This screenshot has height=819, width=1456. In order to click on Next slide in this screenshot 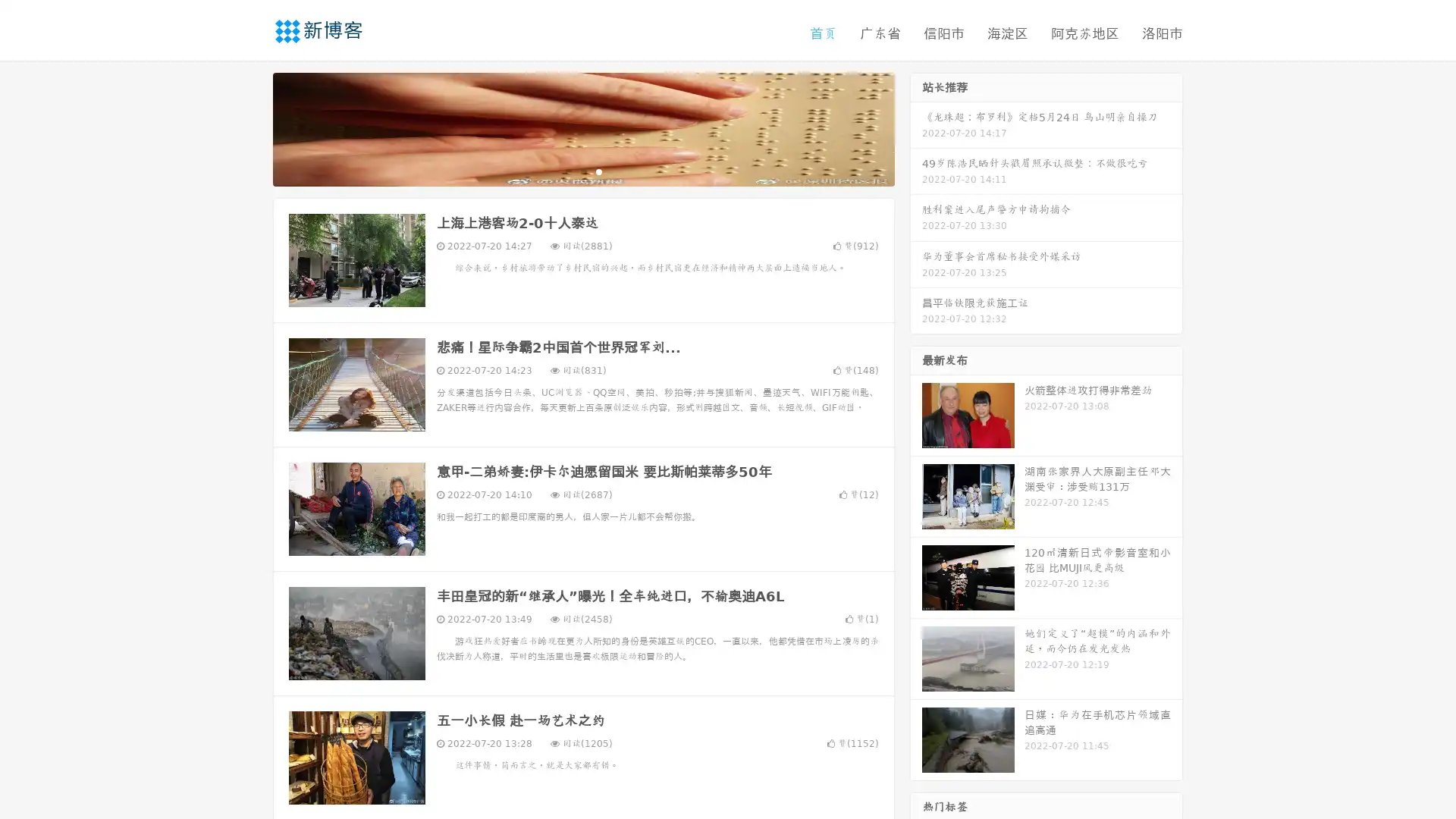, I will do `click(916, 127)`.